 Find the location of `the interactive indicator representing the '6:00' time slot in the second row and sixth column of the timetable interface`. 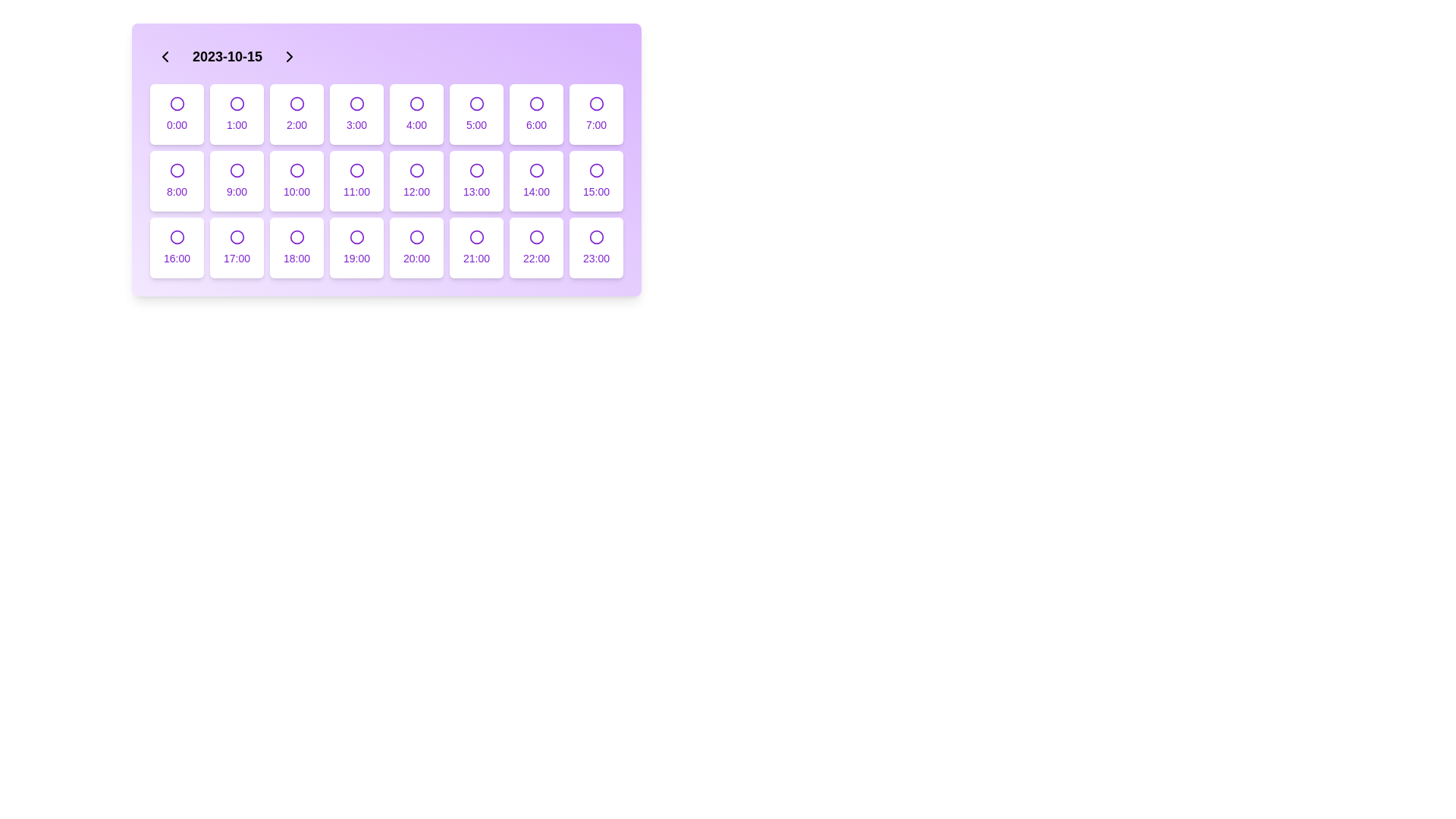

the interactive indicator representing the '6:00' time slot in the second row and sixth column of the timetable interface is located at coordinates (536, 103).